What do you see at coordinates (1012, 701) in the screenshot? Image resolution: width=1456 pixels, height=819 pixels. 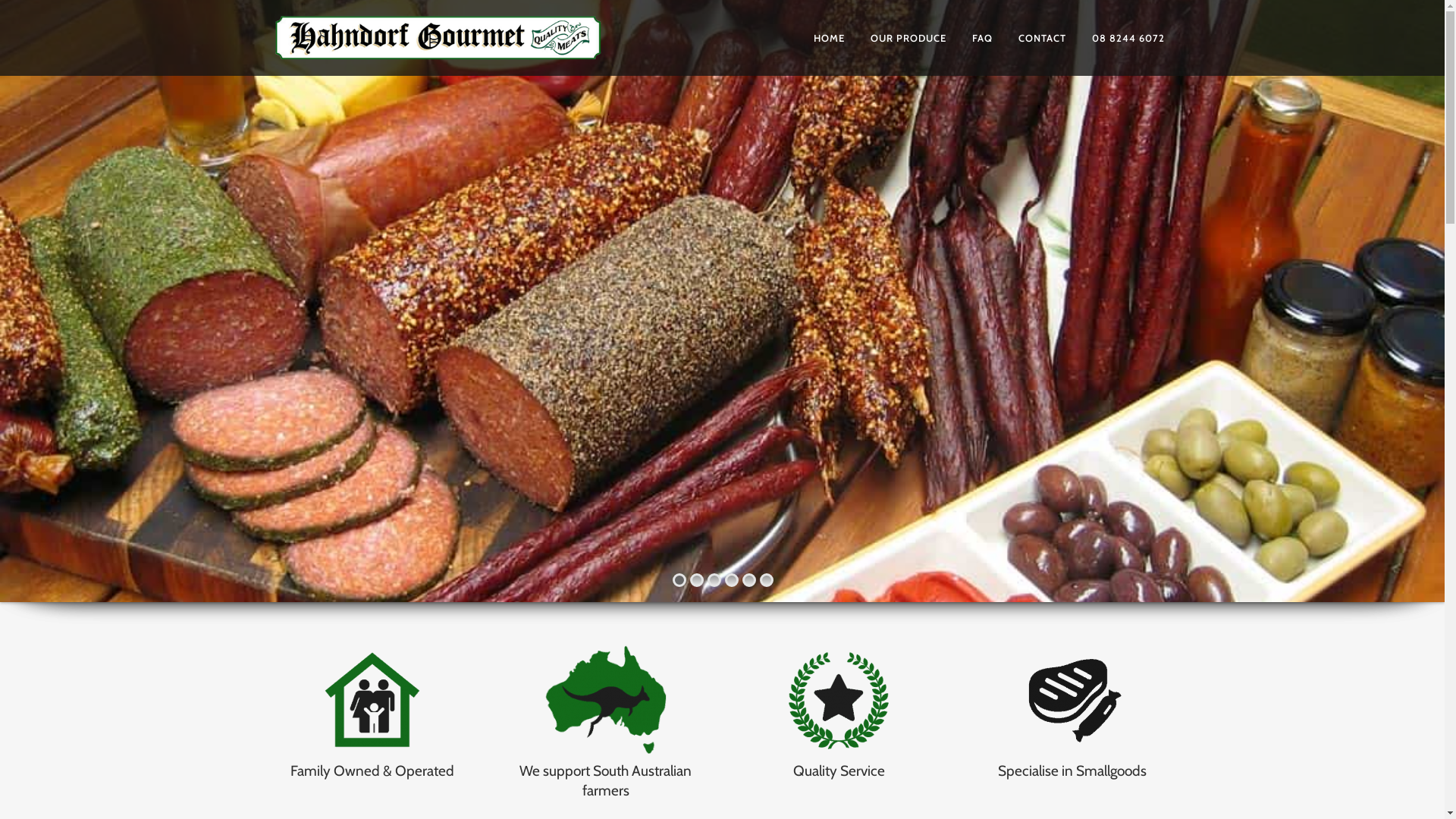 I see `'hg-pod10-01'` at bounding box center [1012, 701].